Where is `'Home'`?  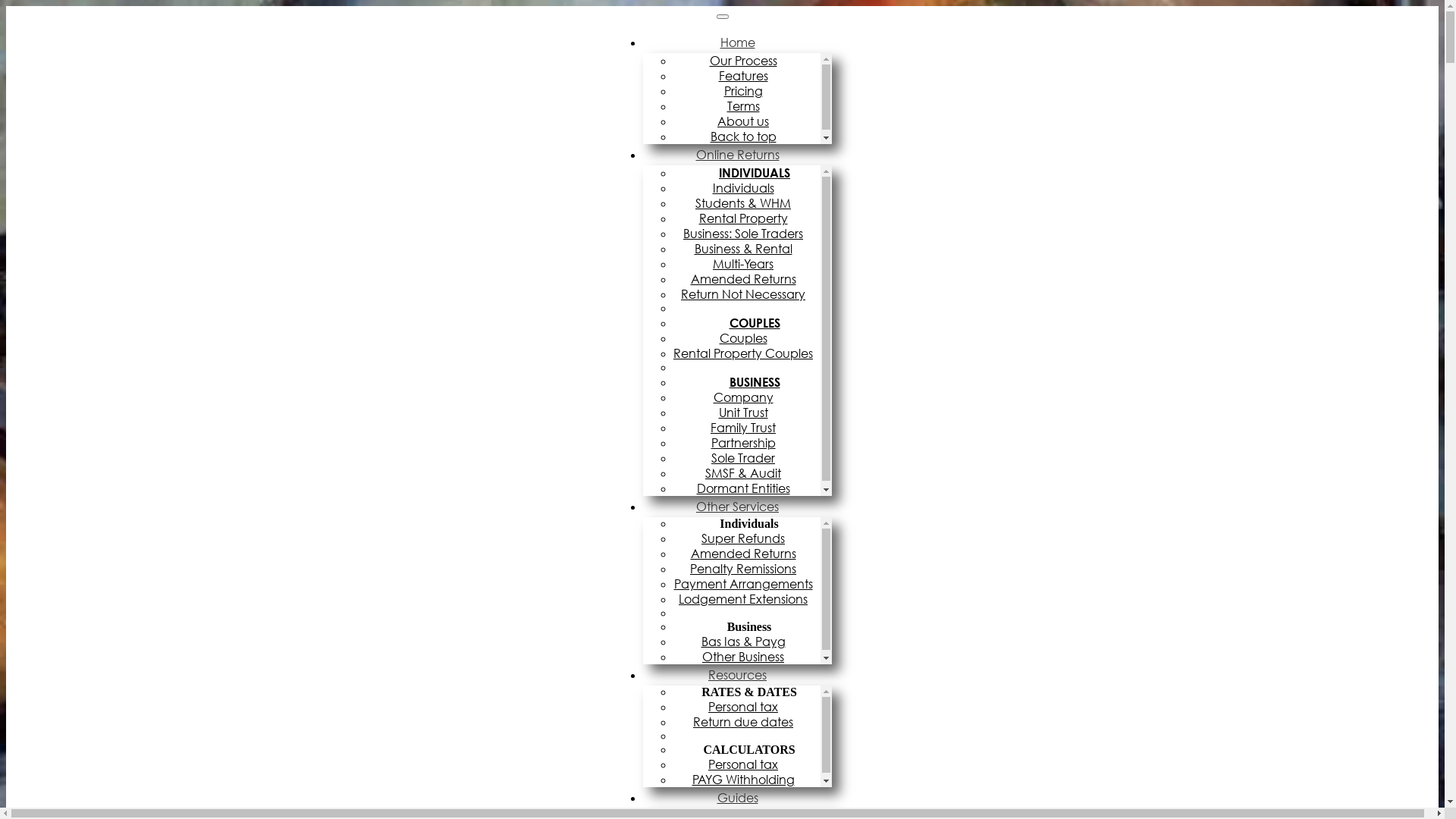 'Home' is located at coordinates (738, 42).